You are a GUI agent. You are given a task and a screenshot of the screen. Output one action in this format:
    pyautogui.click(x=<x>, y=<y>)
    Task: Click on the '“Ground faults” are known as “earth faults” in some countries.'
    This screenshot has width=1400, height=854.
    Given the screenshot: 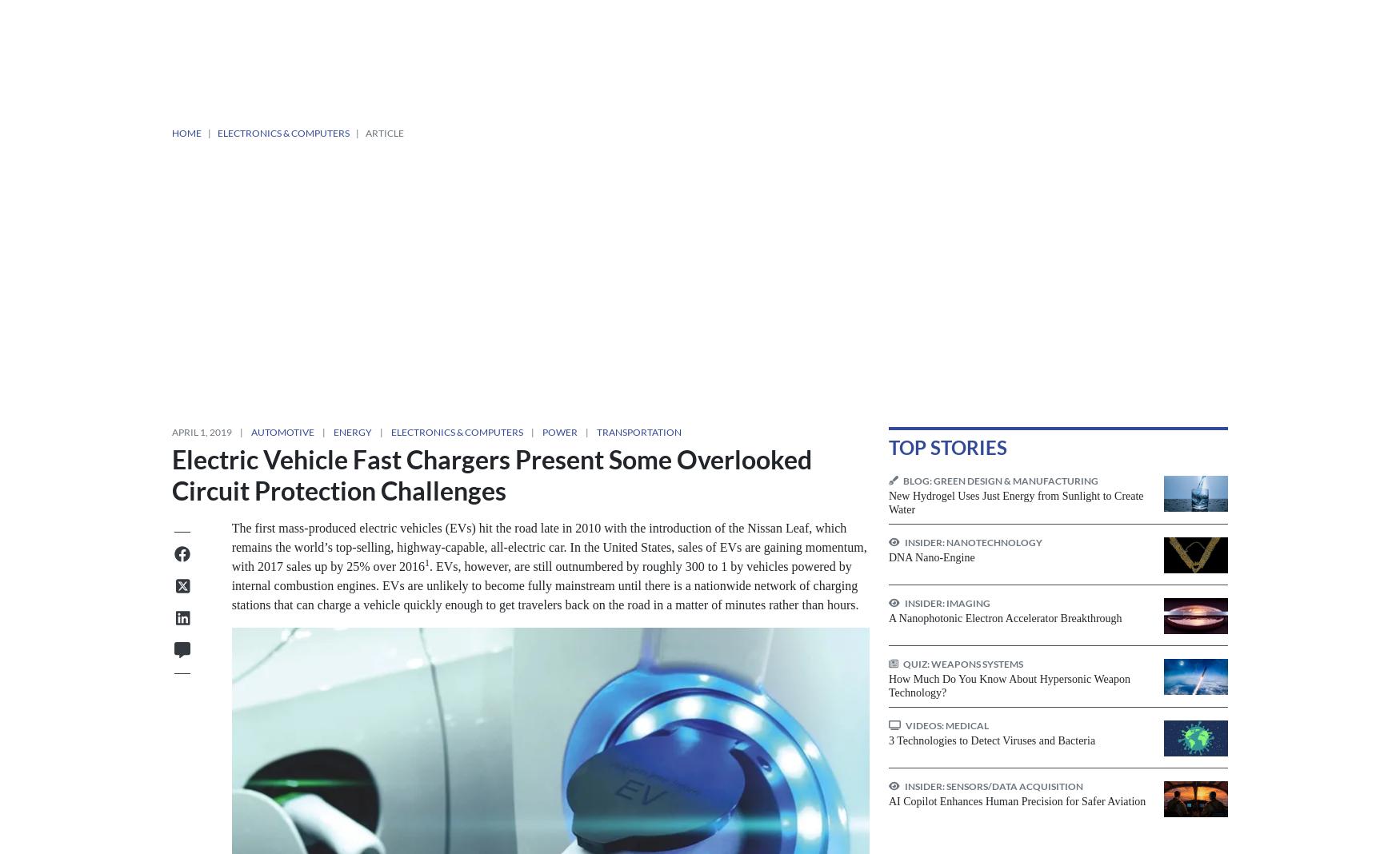 What is the action you would take?
    pyautogui.click(x=417, y=469)
    